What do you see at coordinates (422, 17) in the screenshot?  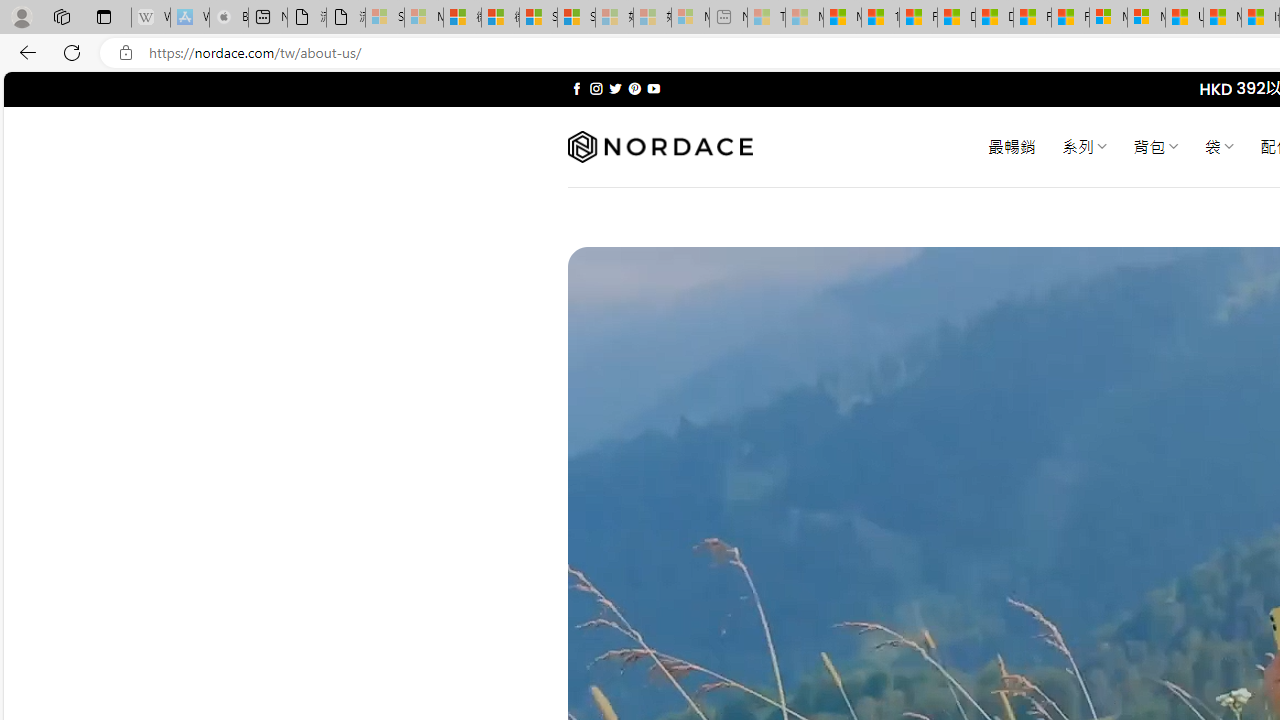 I see `'Microsoft Services Agreement - Sleeping'` at bounding box center [422, 17].